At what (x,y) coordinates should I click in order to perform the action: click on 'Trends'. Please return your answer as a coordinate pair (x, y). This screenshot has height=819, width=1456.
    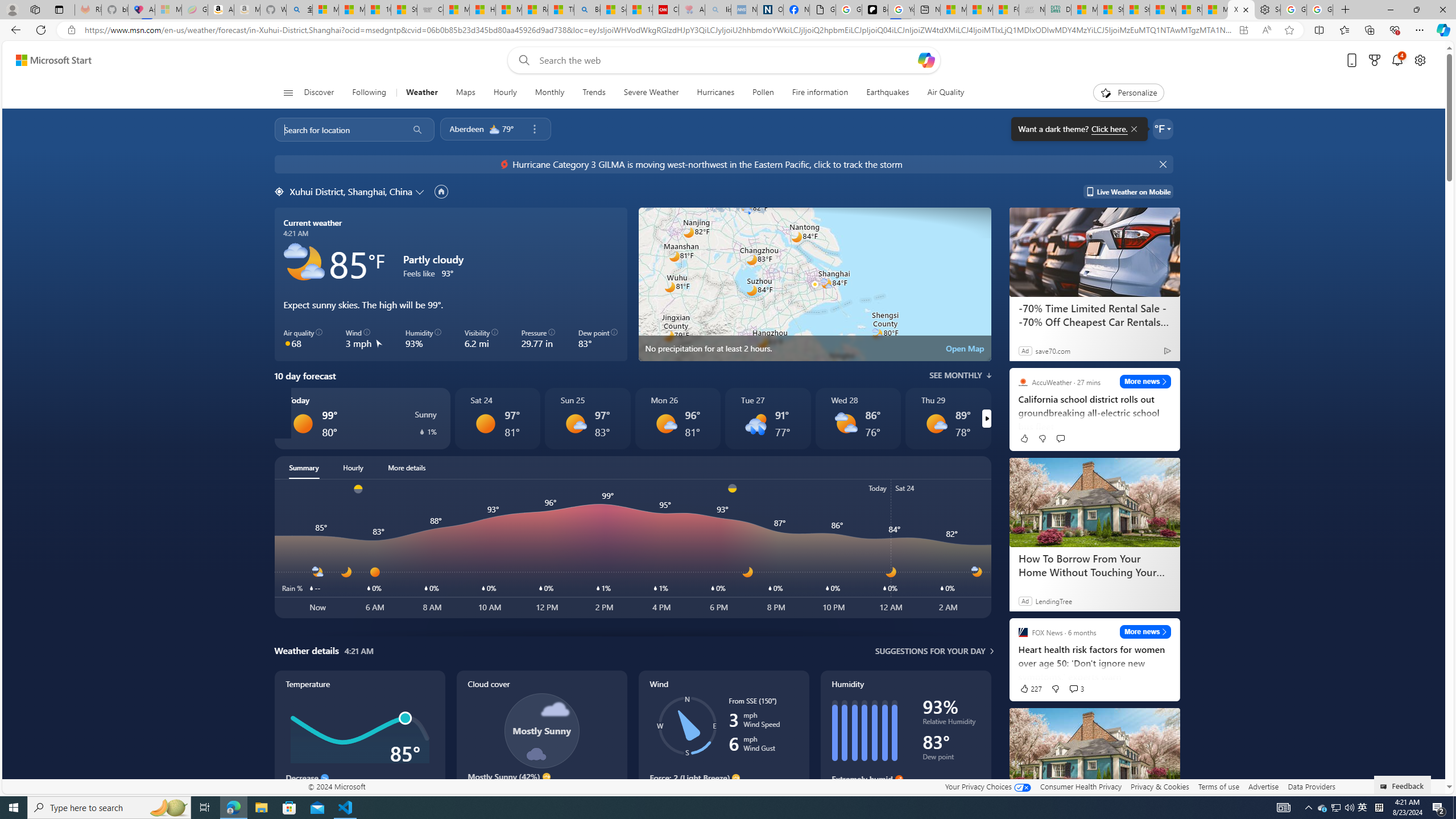
    Looking at the image, I should click on (593, 92).